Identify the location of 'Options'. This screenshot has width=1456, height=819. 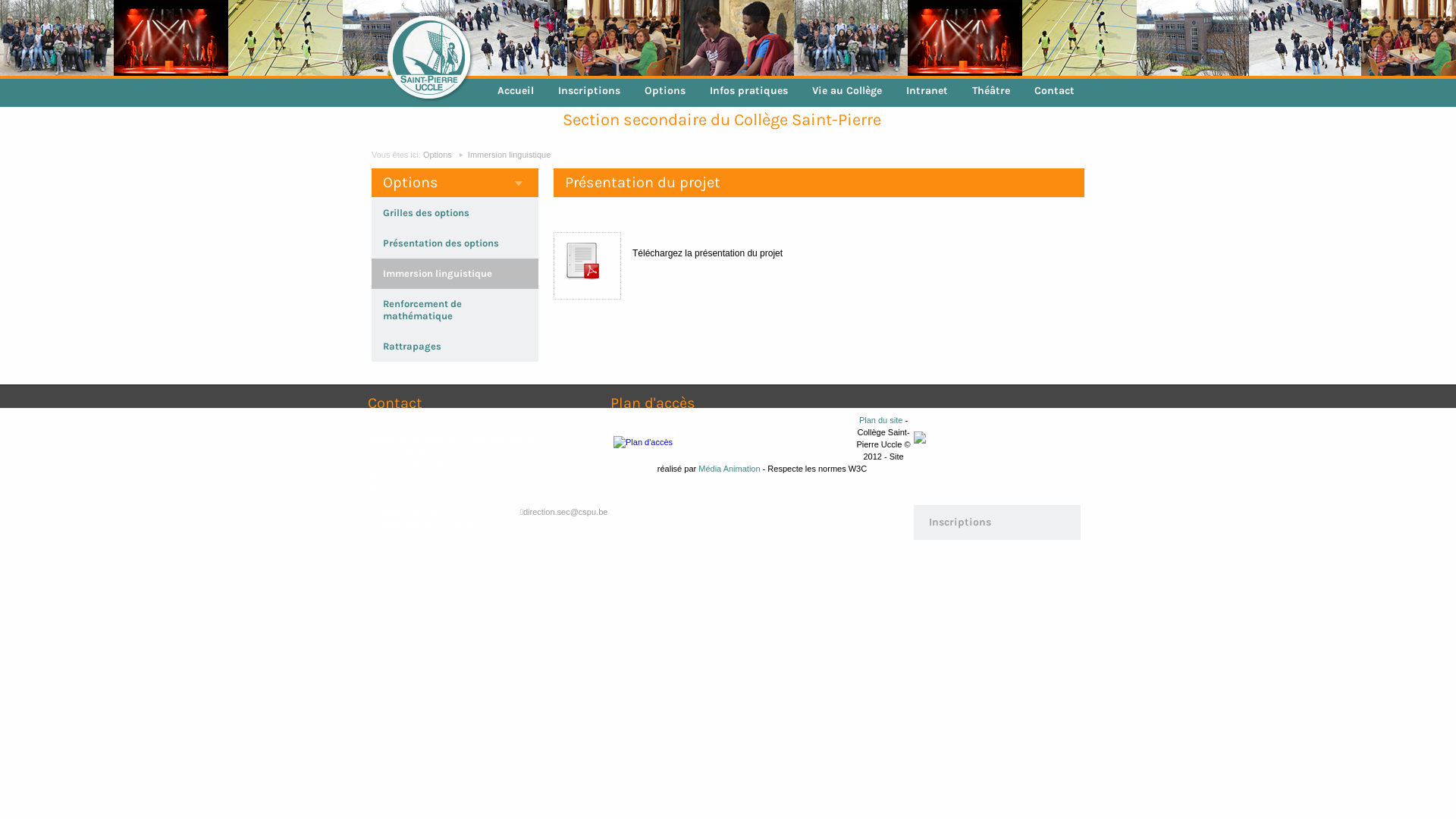
(436, 155).